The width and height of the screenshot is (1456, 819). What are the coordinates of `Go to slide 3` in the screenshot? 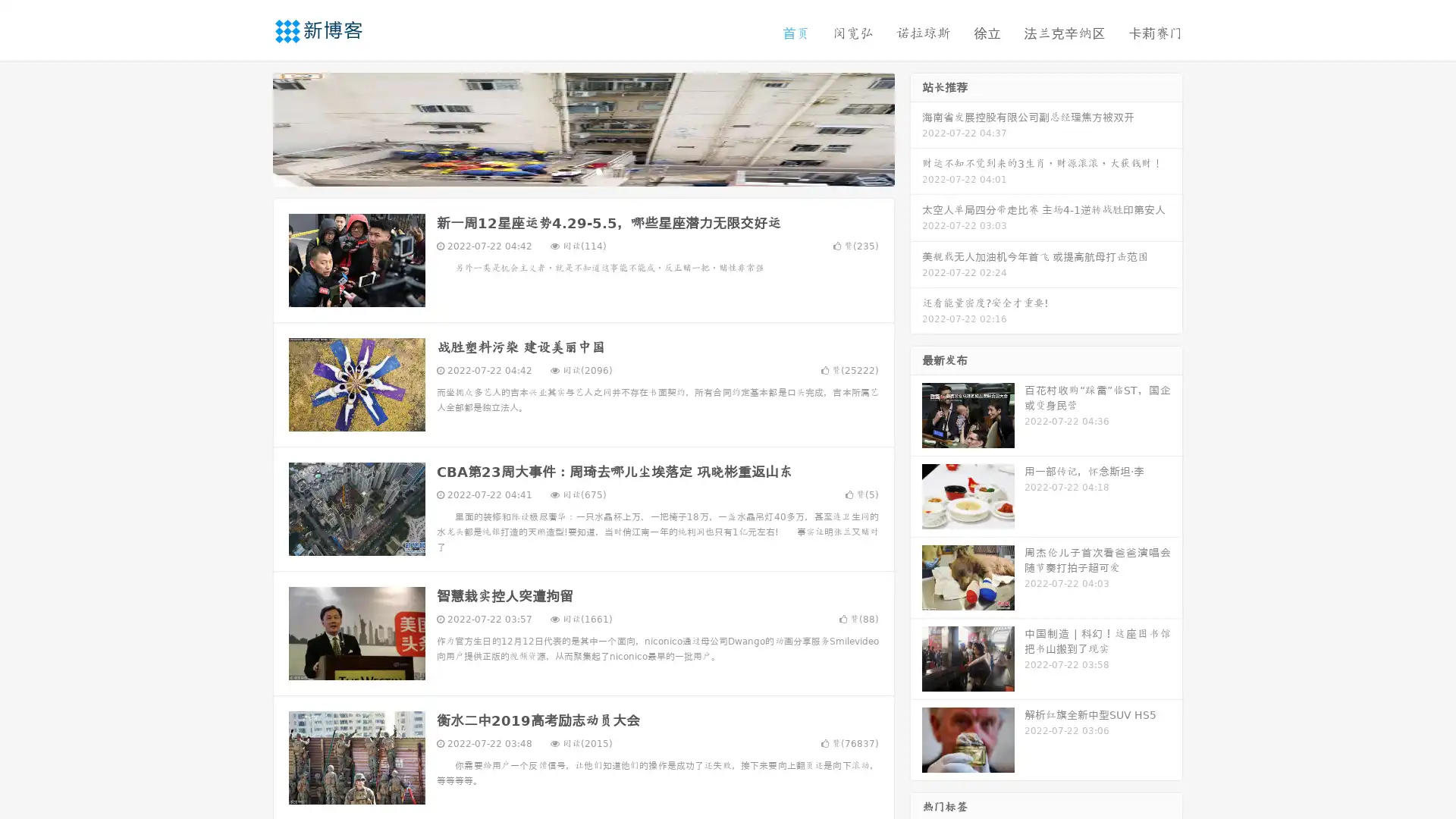 It's located at (598, 171).